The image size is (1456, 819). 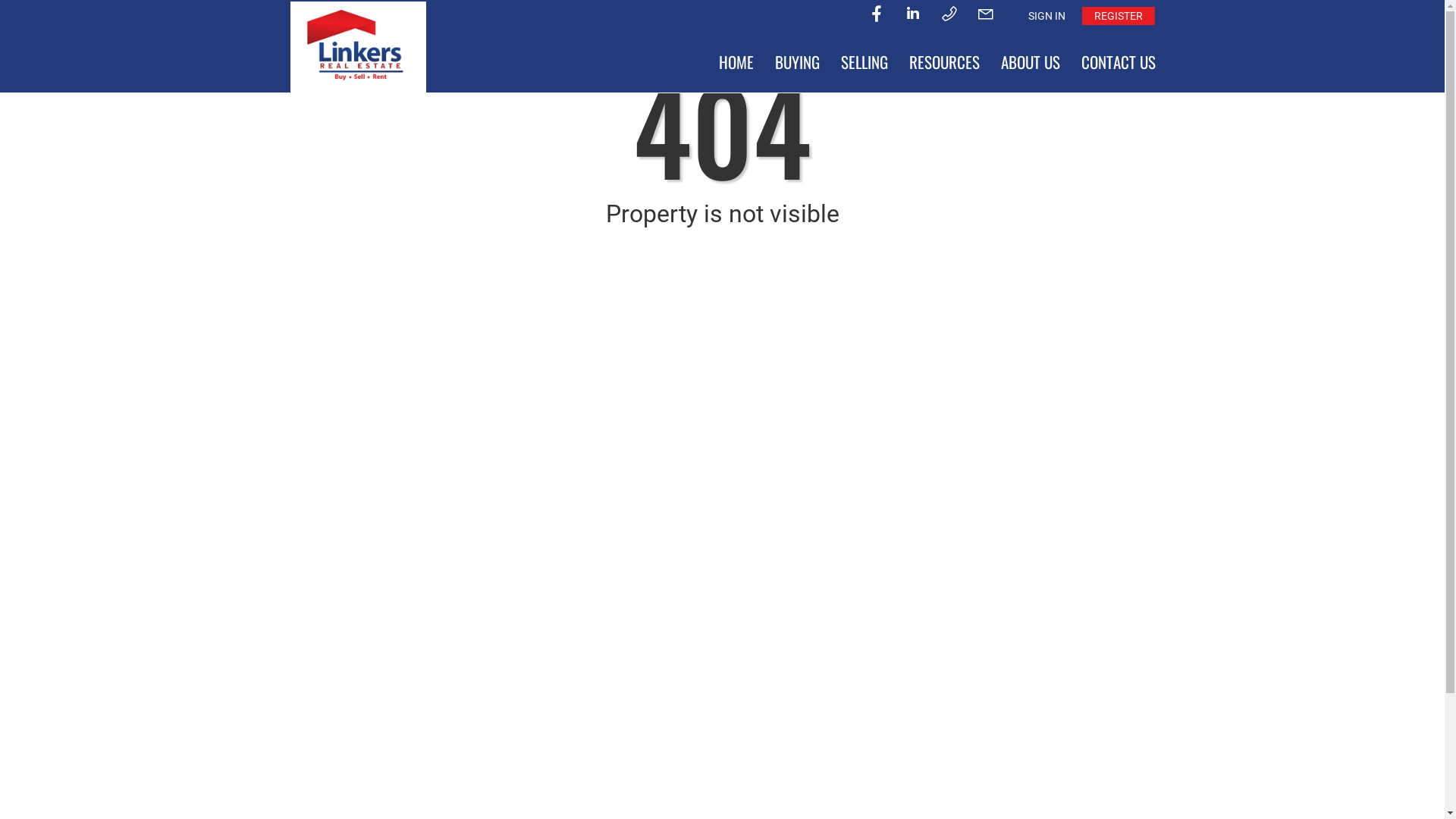 I want to click on 'SIGN IN', so click(x=1046, y=15).